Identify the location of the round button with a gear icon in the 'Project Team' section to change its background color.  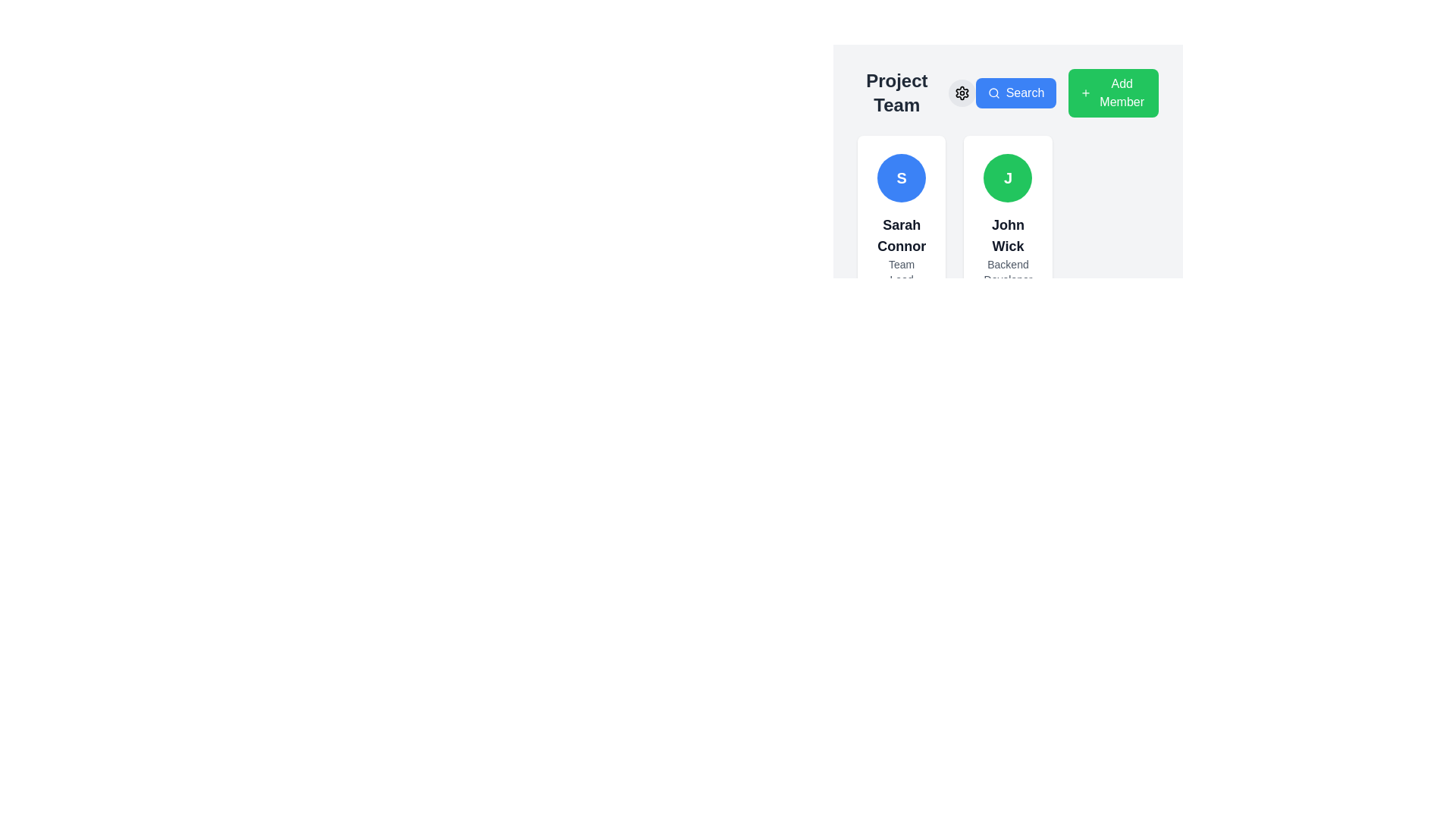
(961, 93).